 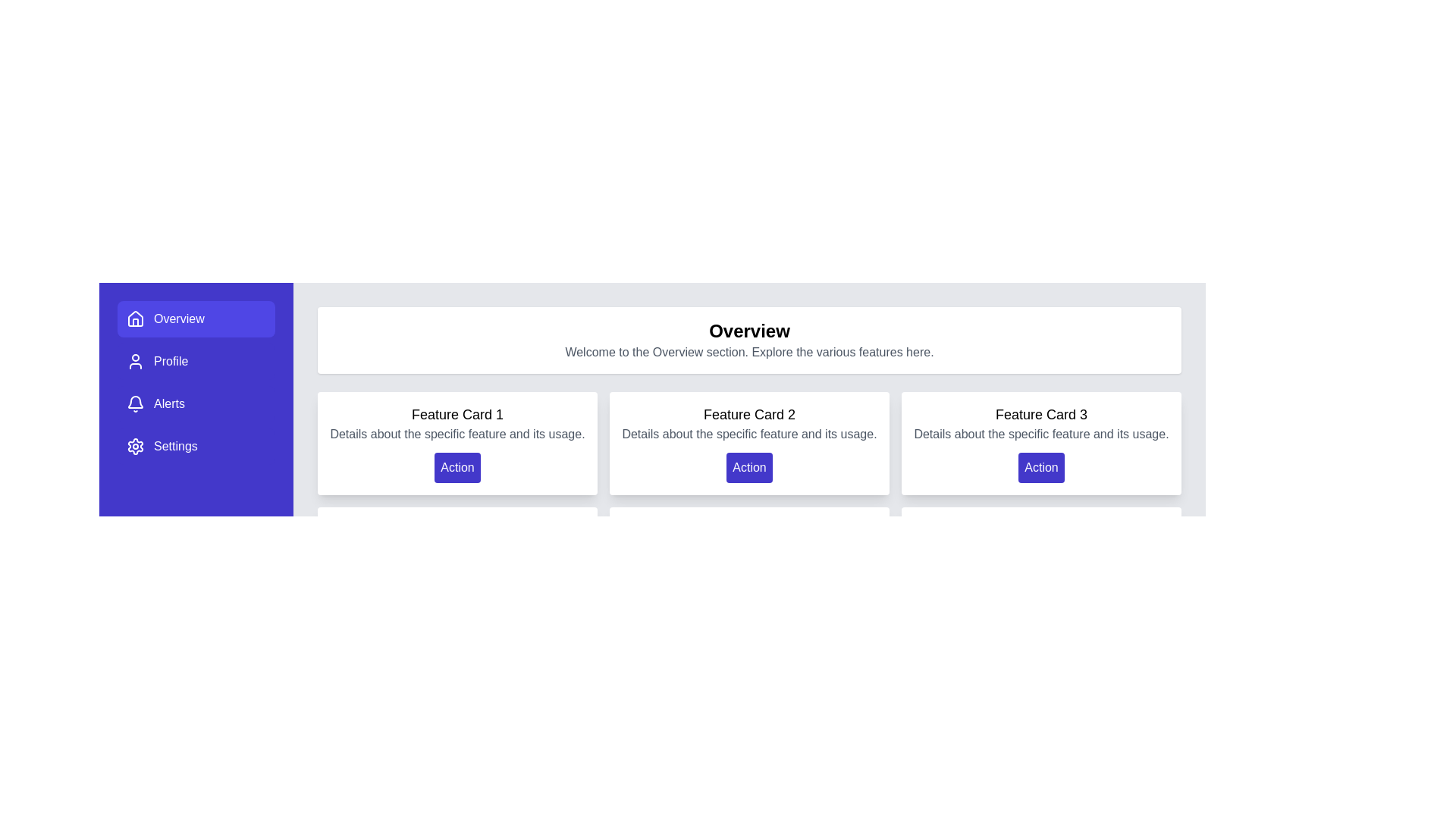 What do you see at coordinates (135, 446) in the screenshot?
I see `the 'Settings' icon located in the left sidebar navigation menu, which is positioned fourth among its siblings` at bounding box center [135, 446].